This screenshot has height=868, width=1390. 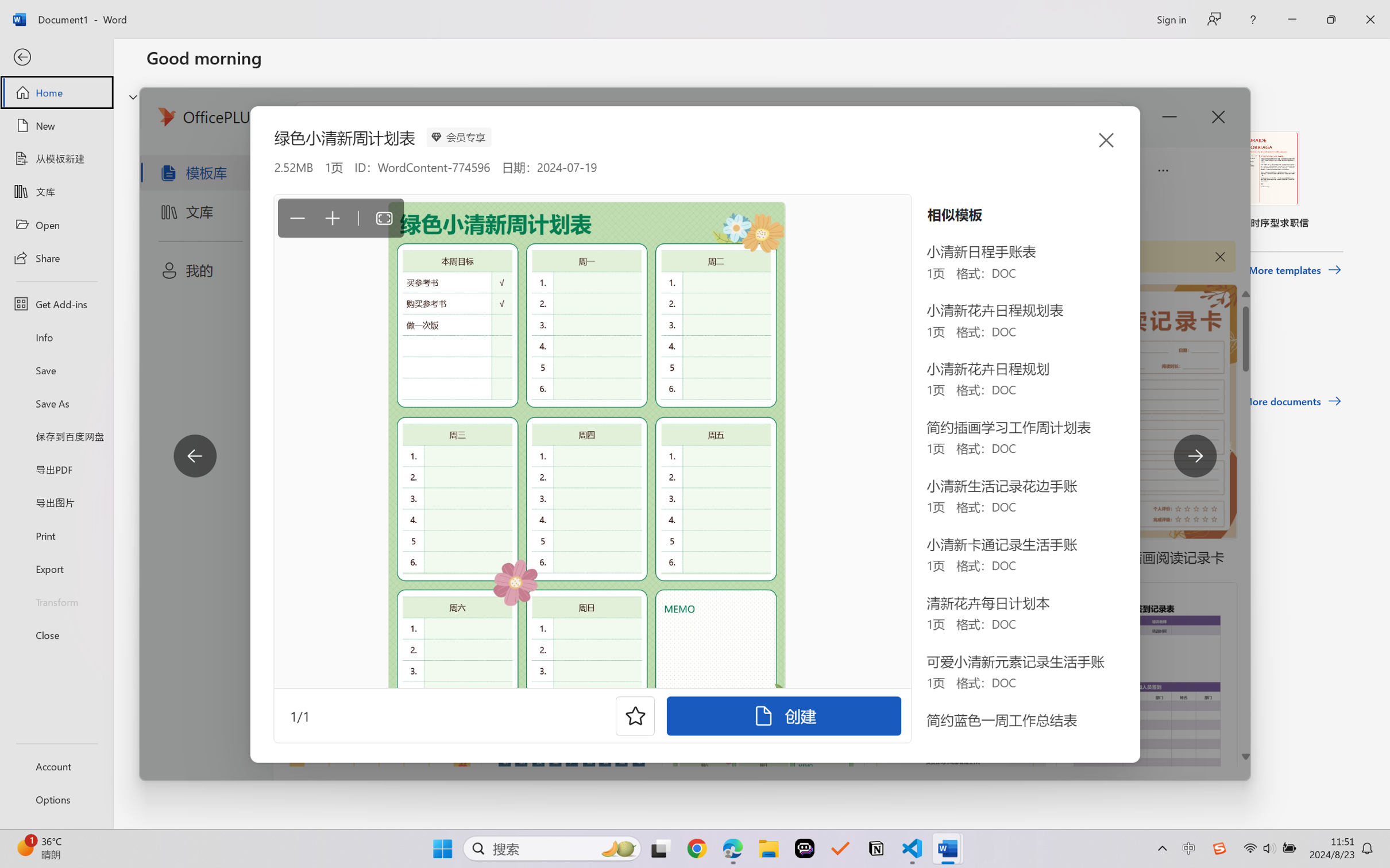 What do you see at coordinates (56, 536) in the screenshot?
I see `'Print'` at bounding box center [56, 536].